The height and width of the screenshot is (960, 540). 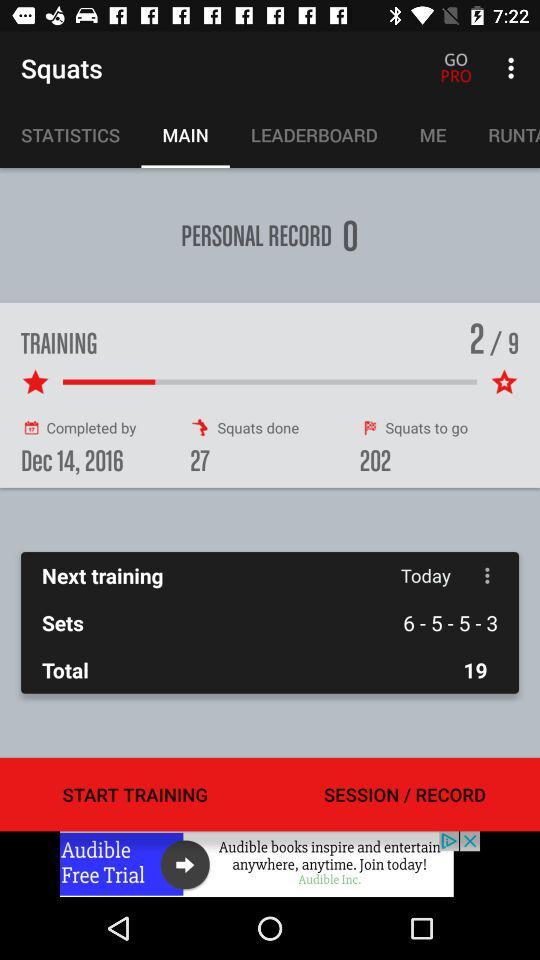 What do you see at coordinates (270, 863) in the screenshot?
I see `advertisement` at bounding box center [270, 863].